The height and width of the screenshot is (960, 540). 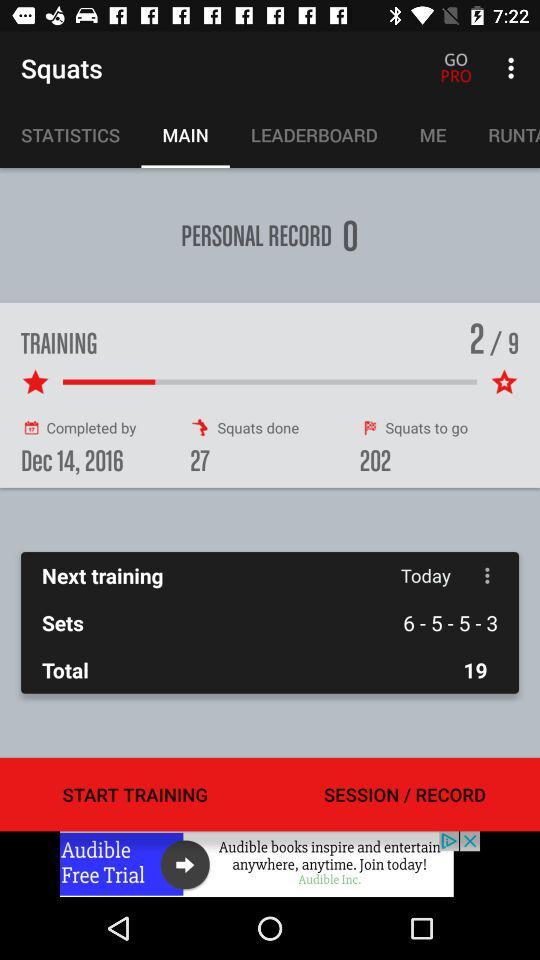 What do you see at coordinates (270, 863) in the screenshot?
I see `advertisement` at bounding box center [270, 863].